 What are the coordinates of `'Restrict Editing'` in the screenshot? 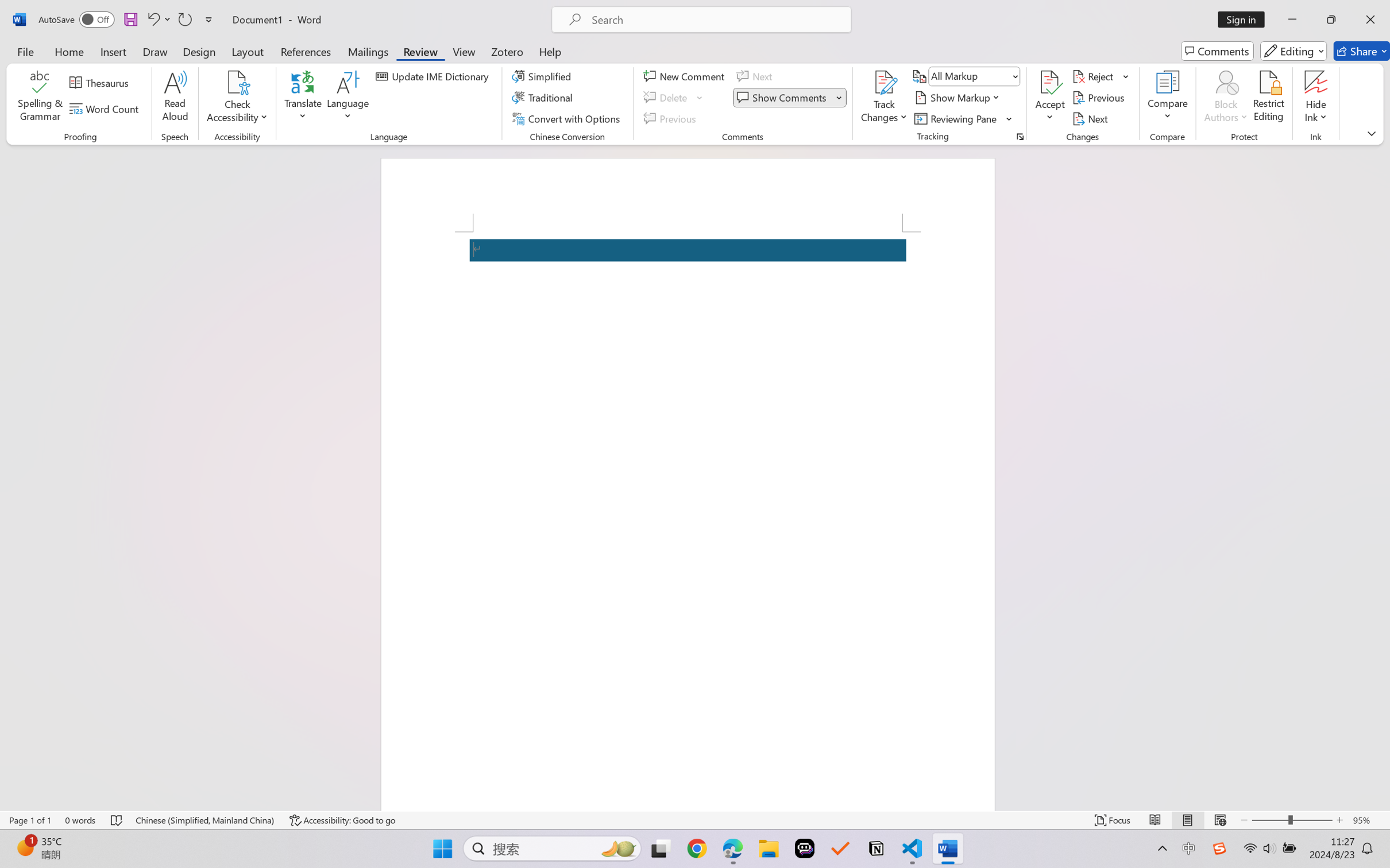 It's located at (1268, 98).